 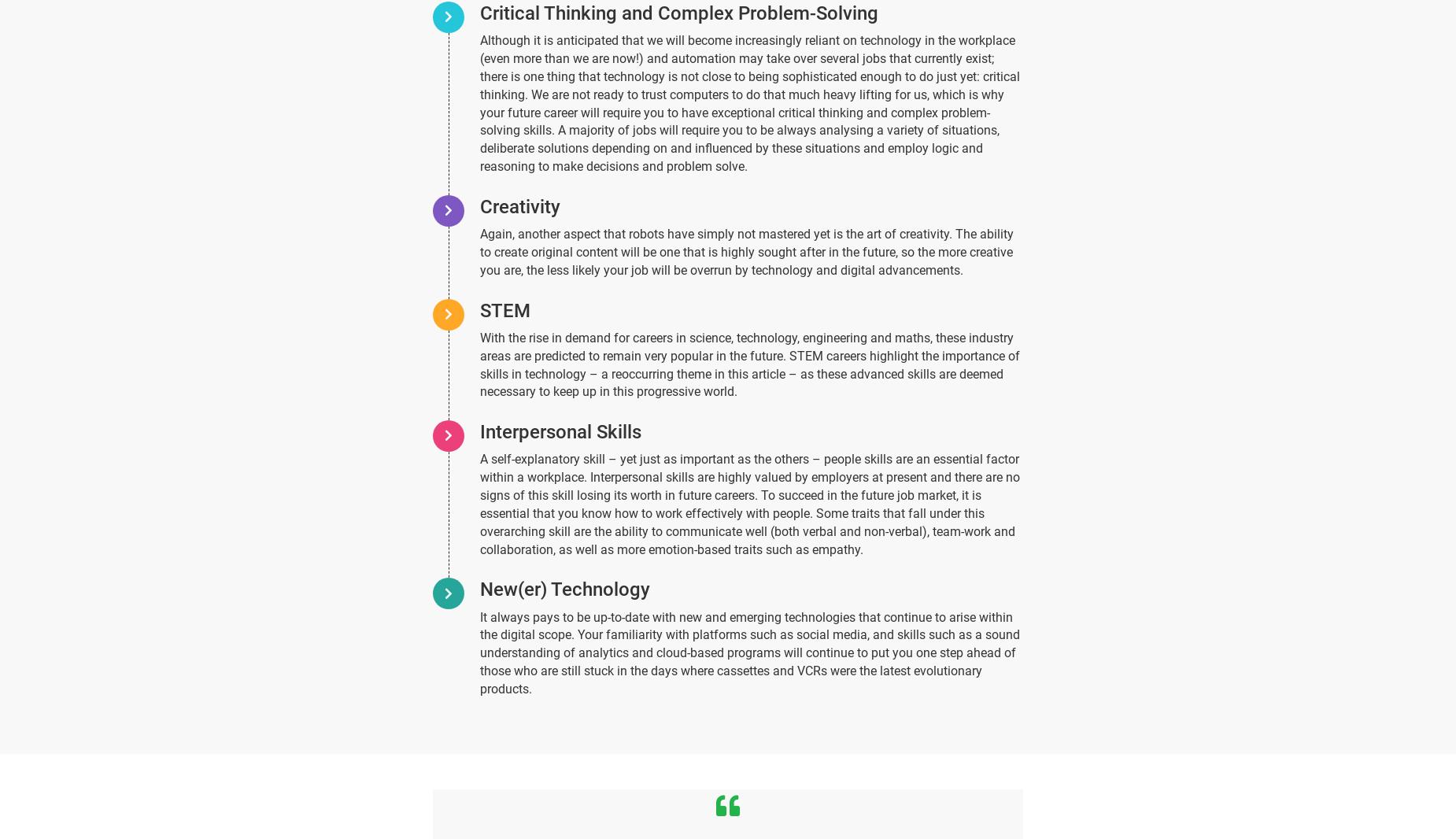 What do you see at coordinates (748, 102) in the screenshot?
I see `'Although it is anticipated that we will become increasingly reliant on technology in the workplace (even more than we are now!) and automation may take over several jobs that currently exist; there is one thing that technology is not close to being sophisticated enough to do just yet: critical thinking. We are not ready to trust computers to do that much heavy lifting for us, which is why your future career will require you to have exceptional critical thinking and complex problem-solving skills. A majority of jobs will require you to be always analysing a variety of situations, deliberate solutions depending on and influenced by these situations and employ logic and reasoning to make decisions and problem solve.'` at bounding box center [748, 102].